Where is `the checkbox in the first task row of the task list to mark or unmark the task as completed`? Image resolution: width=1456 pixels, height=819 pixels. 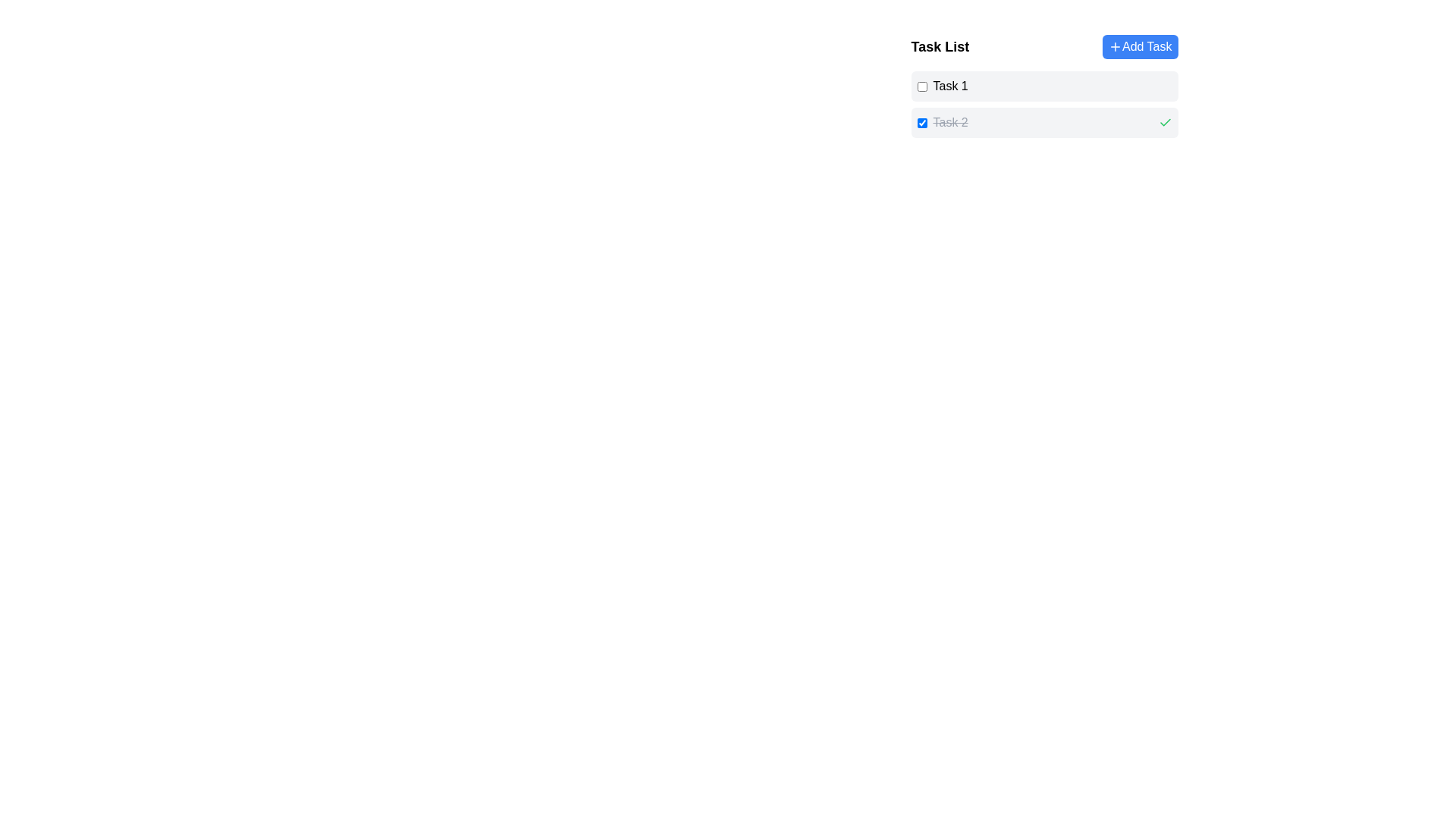
the checkbox in the first task row of the task list to mark or unmark the task as completed is located at coordinates (1043, 86).